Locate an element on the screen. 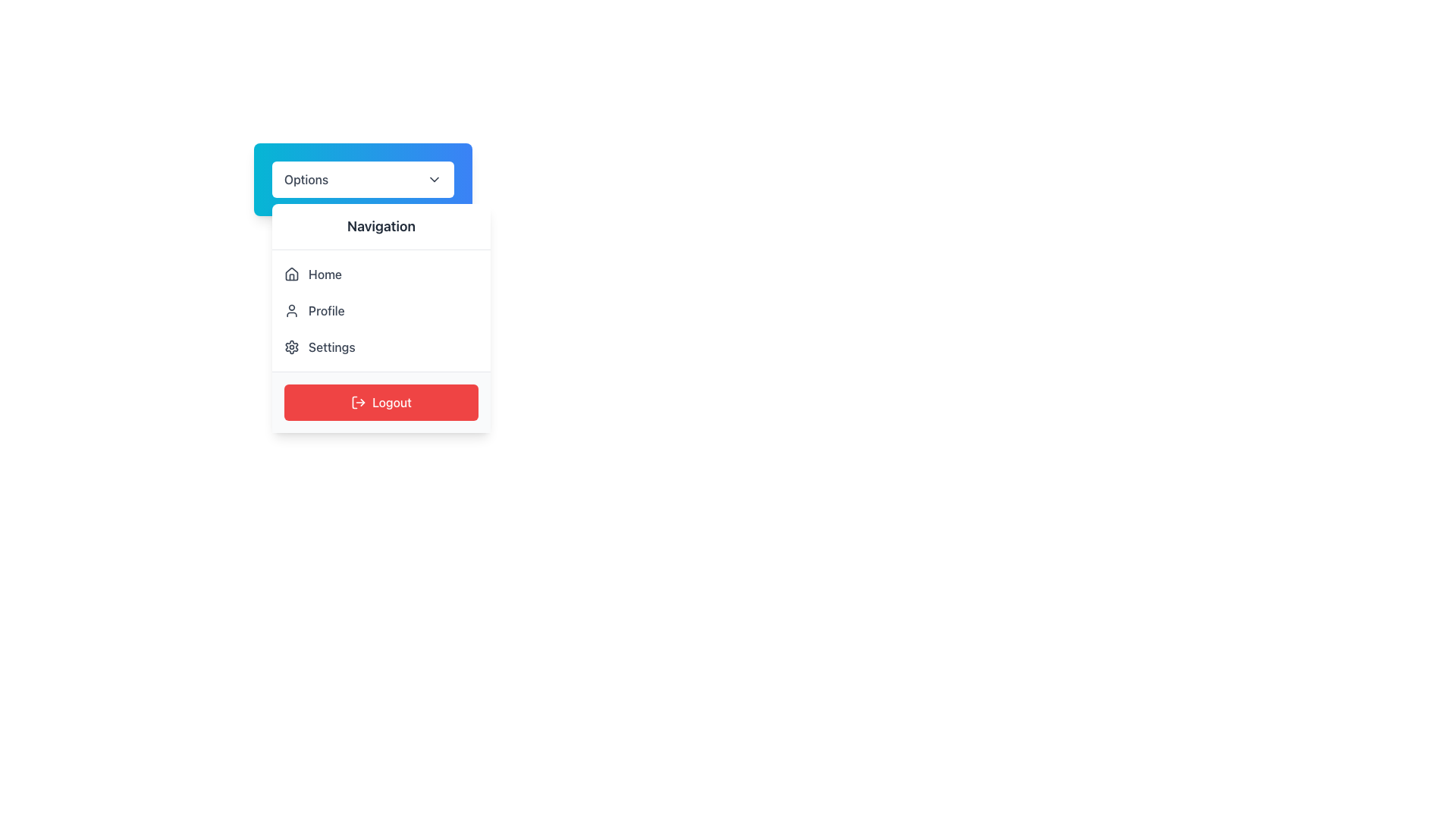 The image size is (1456, 819). the 'Profile' text label in the navigation panel is located at coordinates (325, 309).